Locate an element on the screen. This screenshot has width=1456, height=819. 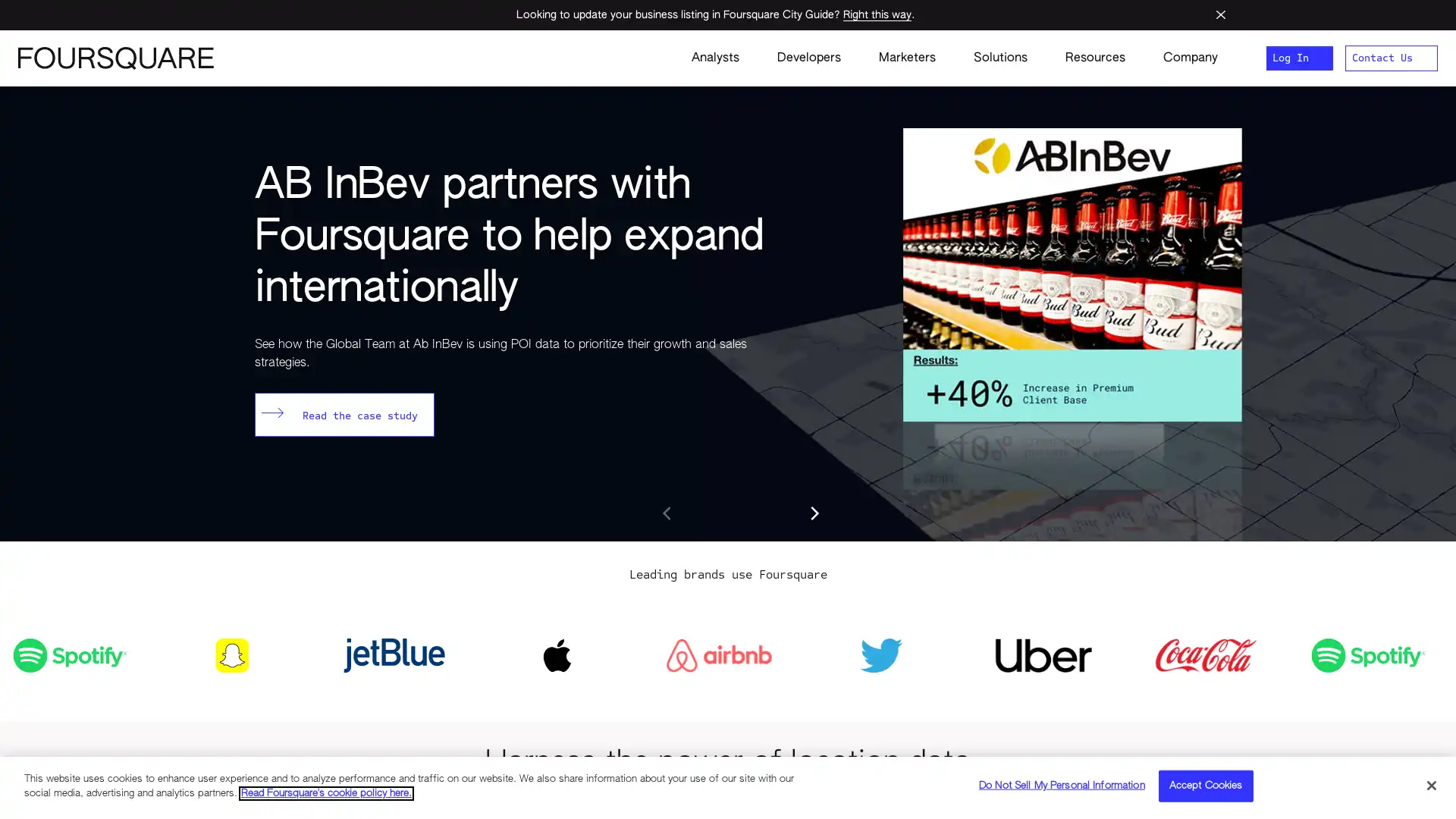
Accept Cookies is located at coordinates (1204, 785).